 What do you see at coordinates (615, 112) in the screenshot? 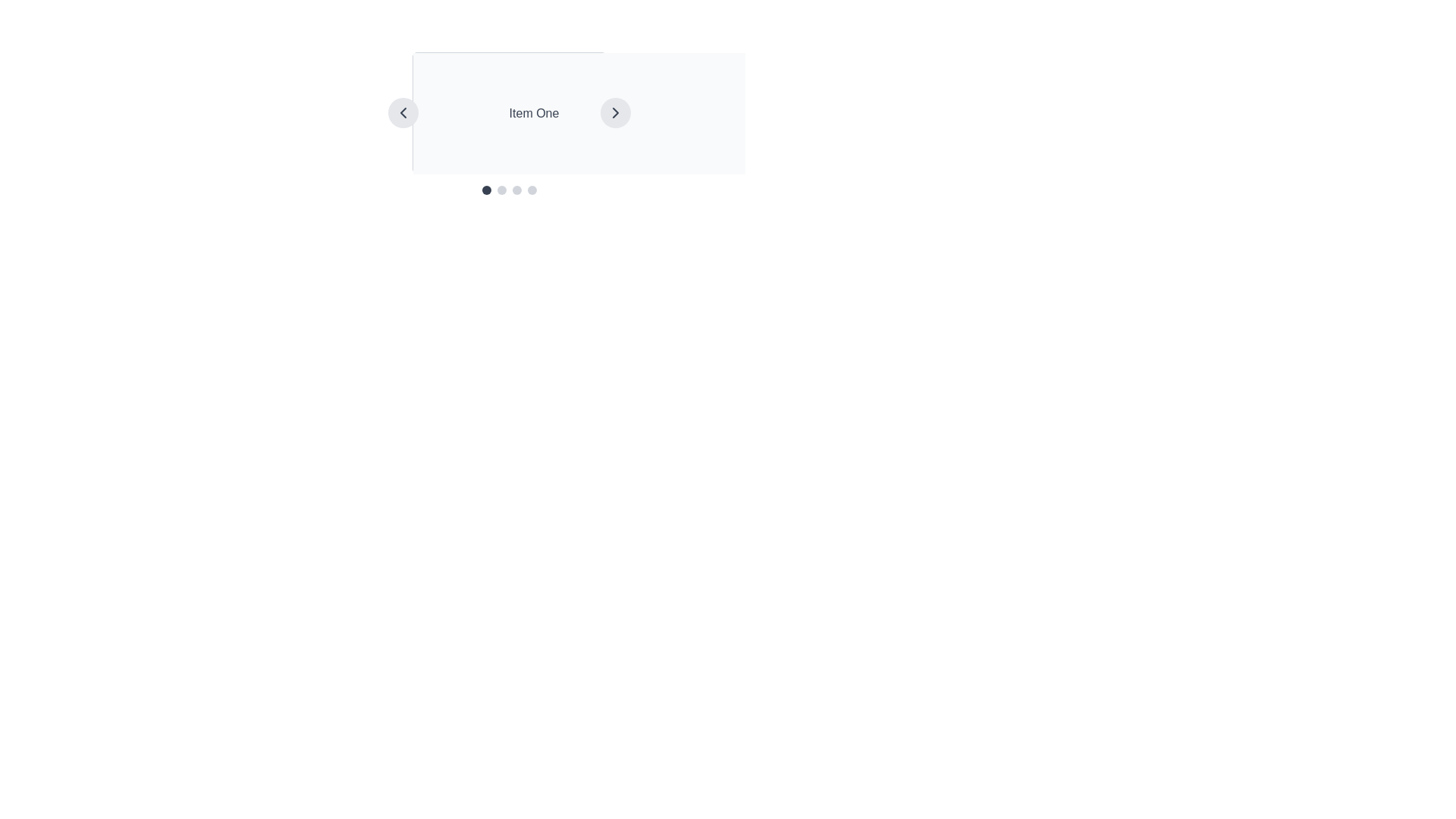
I see `the right-pointing chevron arrow icon, which is a navigational control for cycling through content items` at bounding box center [615, 112].